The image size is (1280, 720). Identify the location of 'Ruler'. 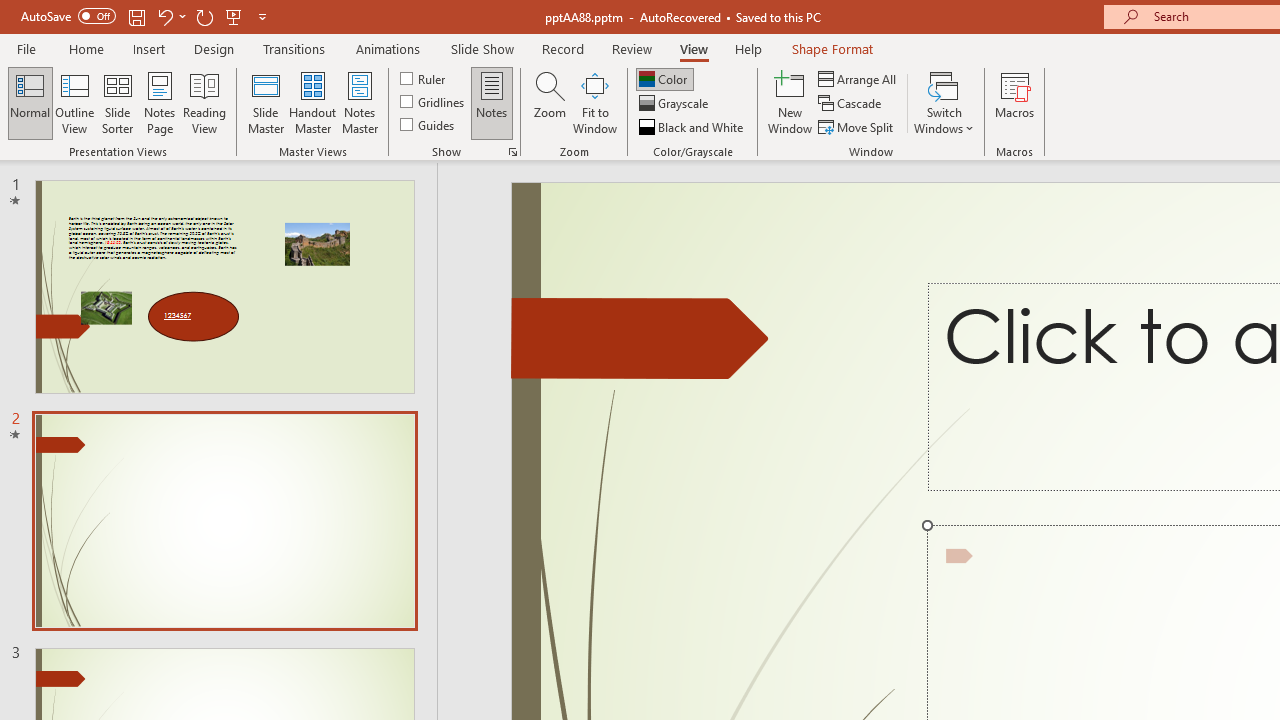
(423, 77).